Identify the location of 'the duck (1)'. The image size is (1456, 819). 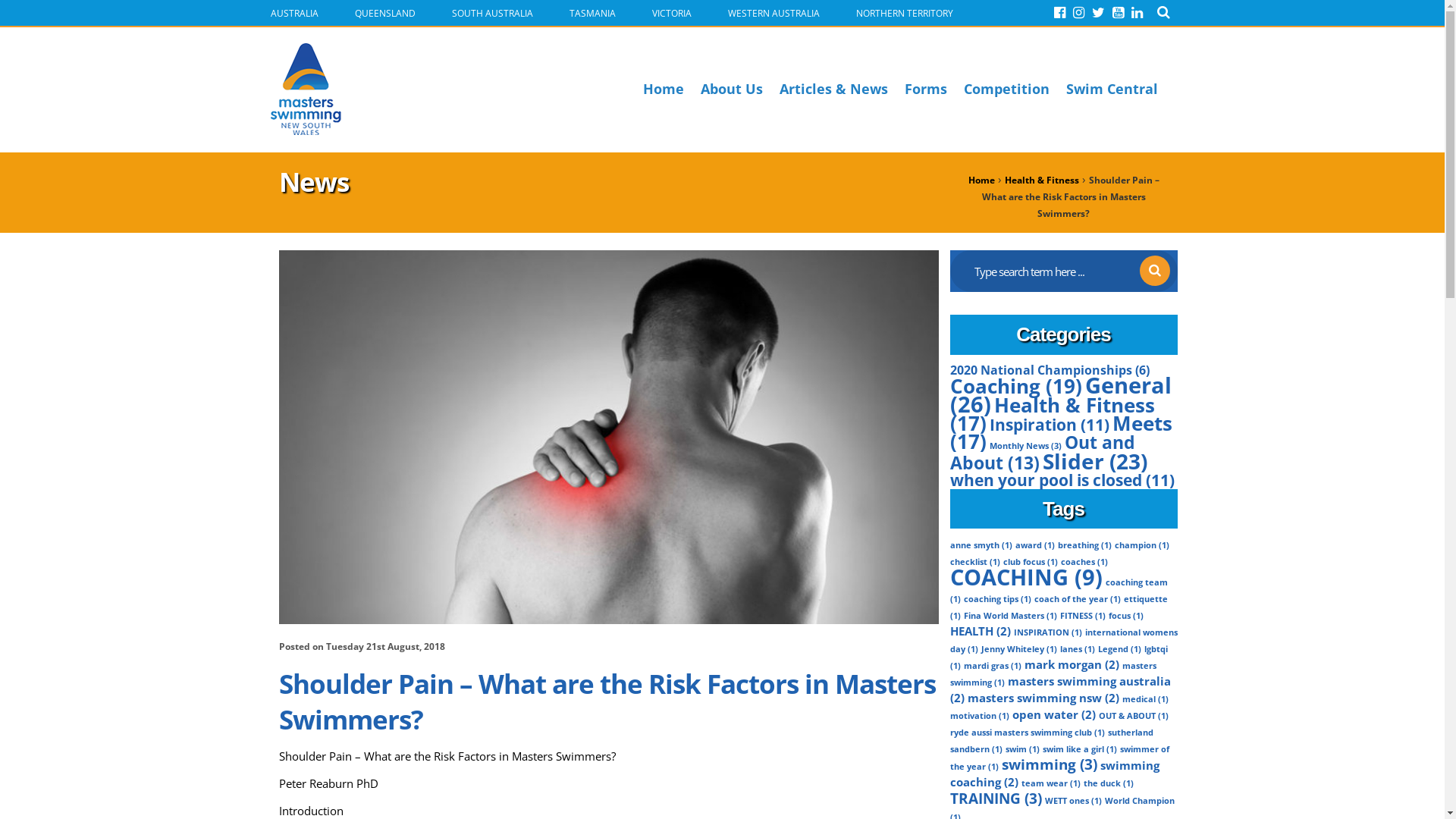
(1107, 783).